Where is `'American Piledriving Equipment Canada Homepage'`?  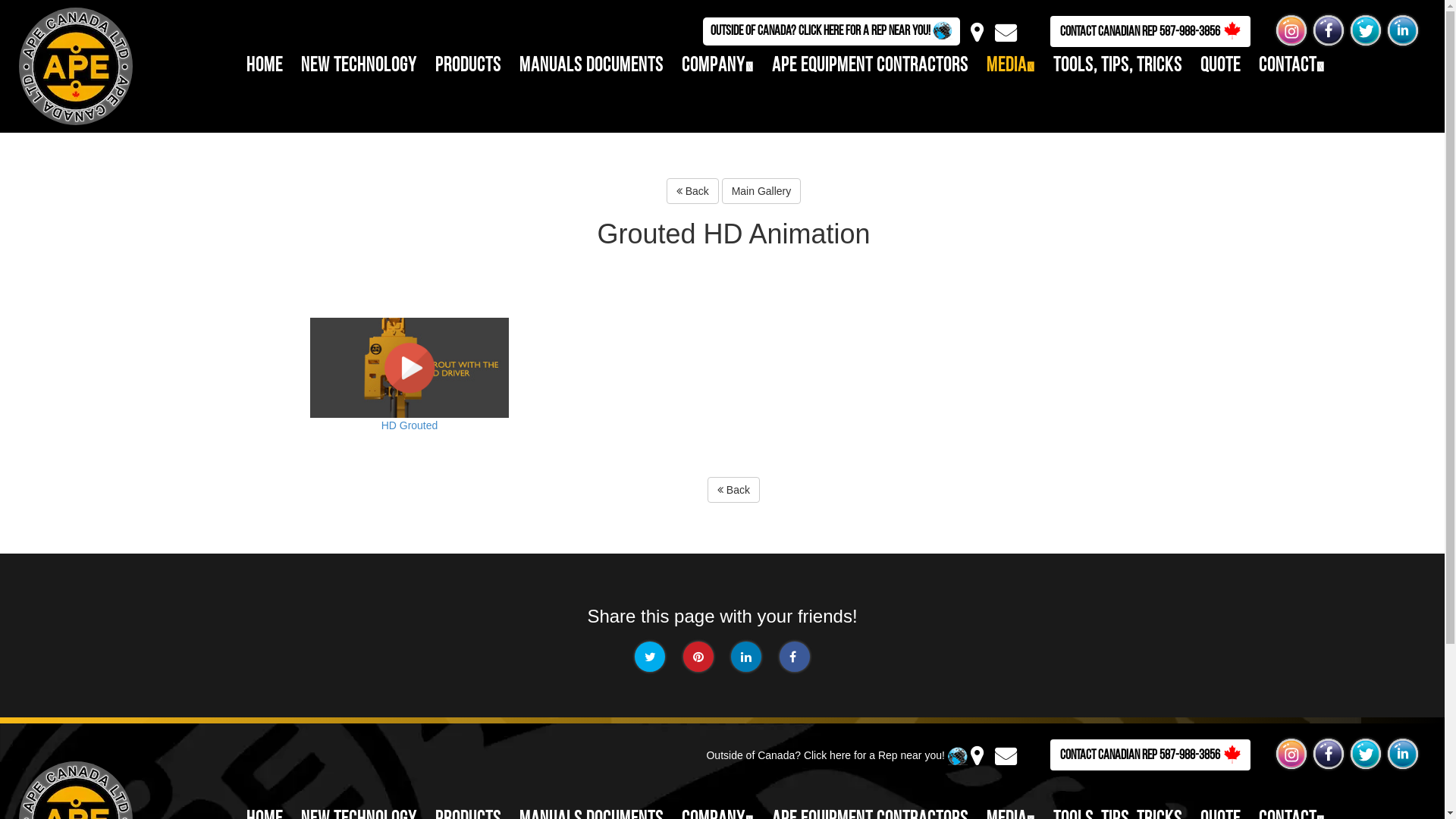 'American Piledriving Equipment Canada Homepage' is located at coordinates (67, 64).